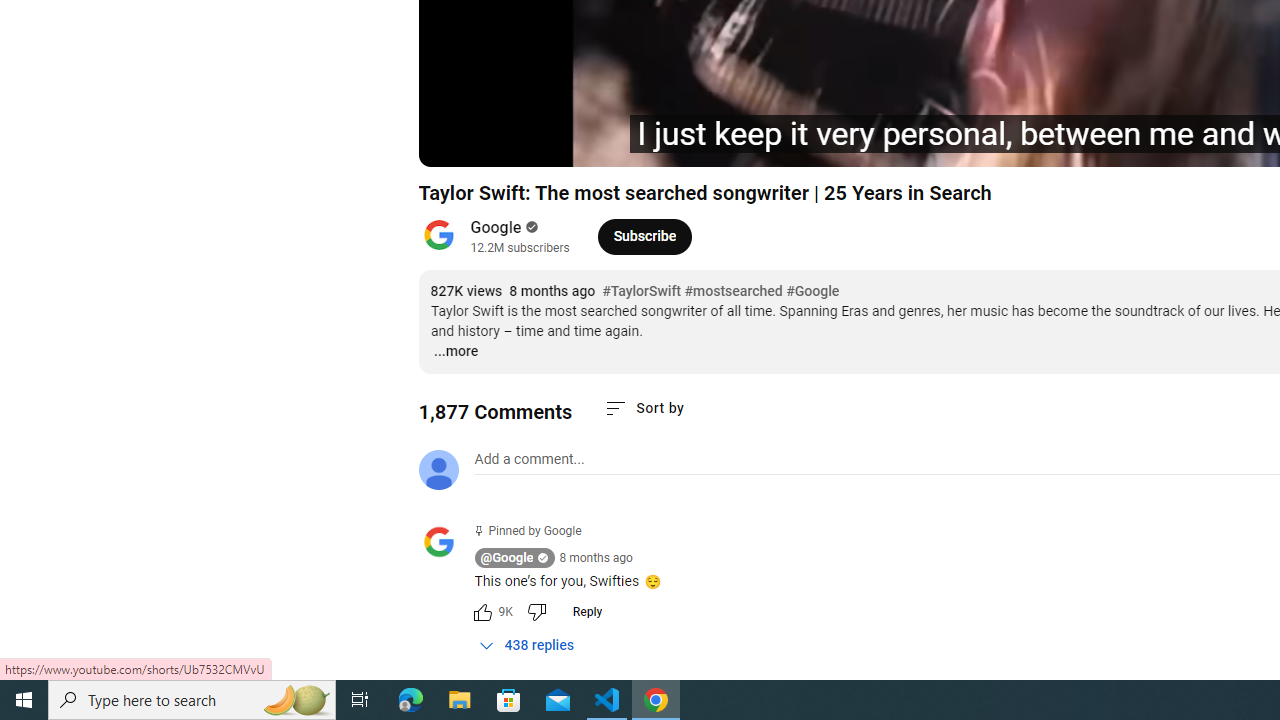  Describe the element at coordinates (812, 291) in the screenshot. I see `'#Google'` at that location.